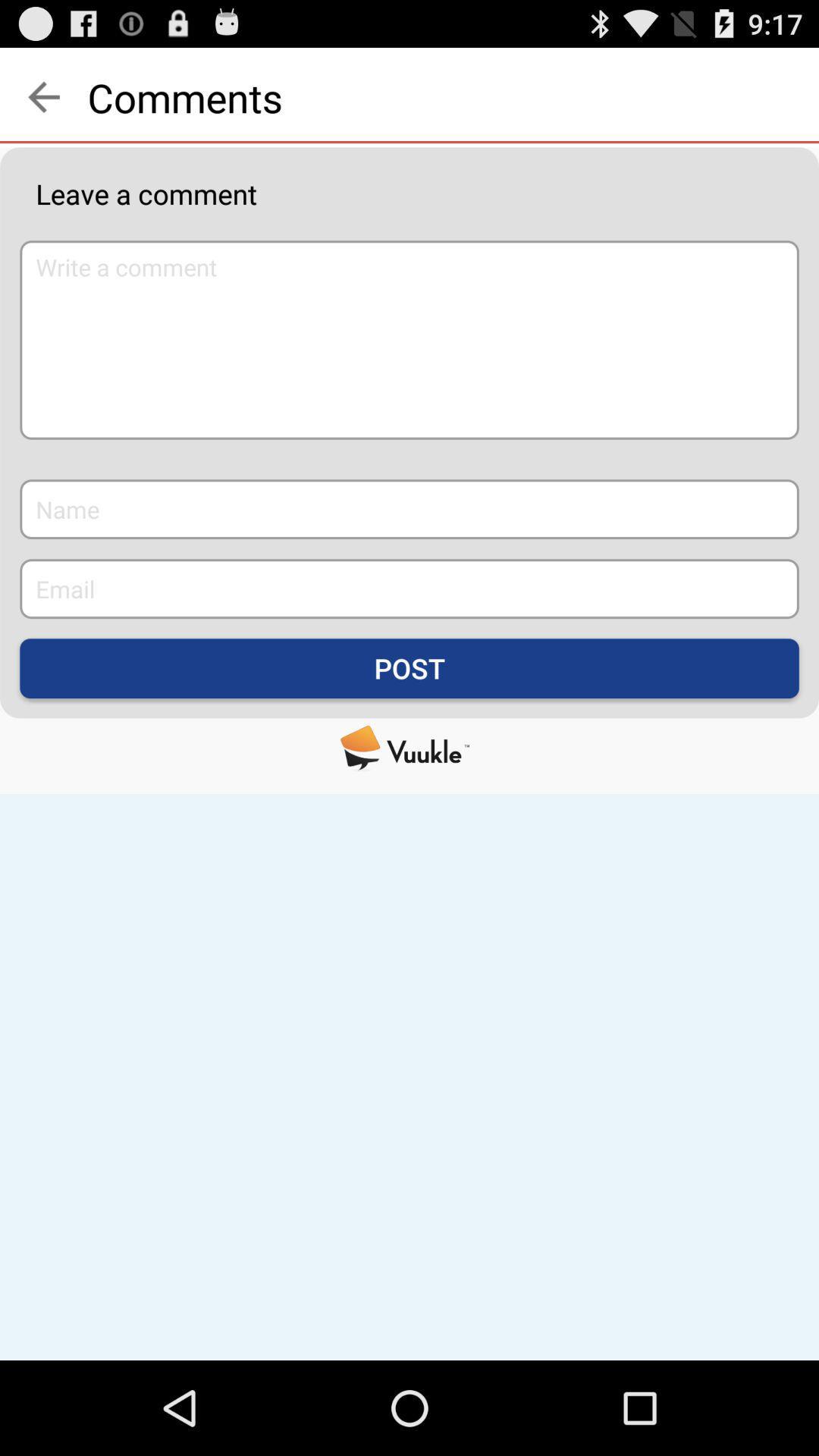 The image size is (819, 1456). I want to click on visit the vuukle website, so click(409, 748).